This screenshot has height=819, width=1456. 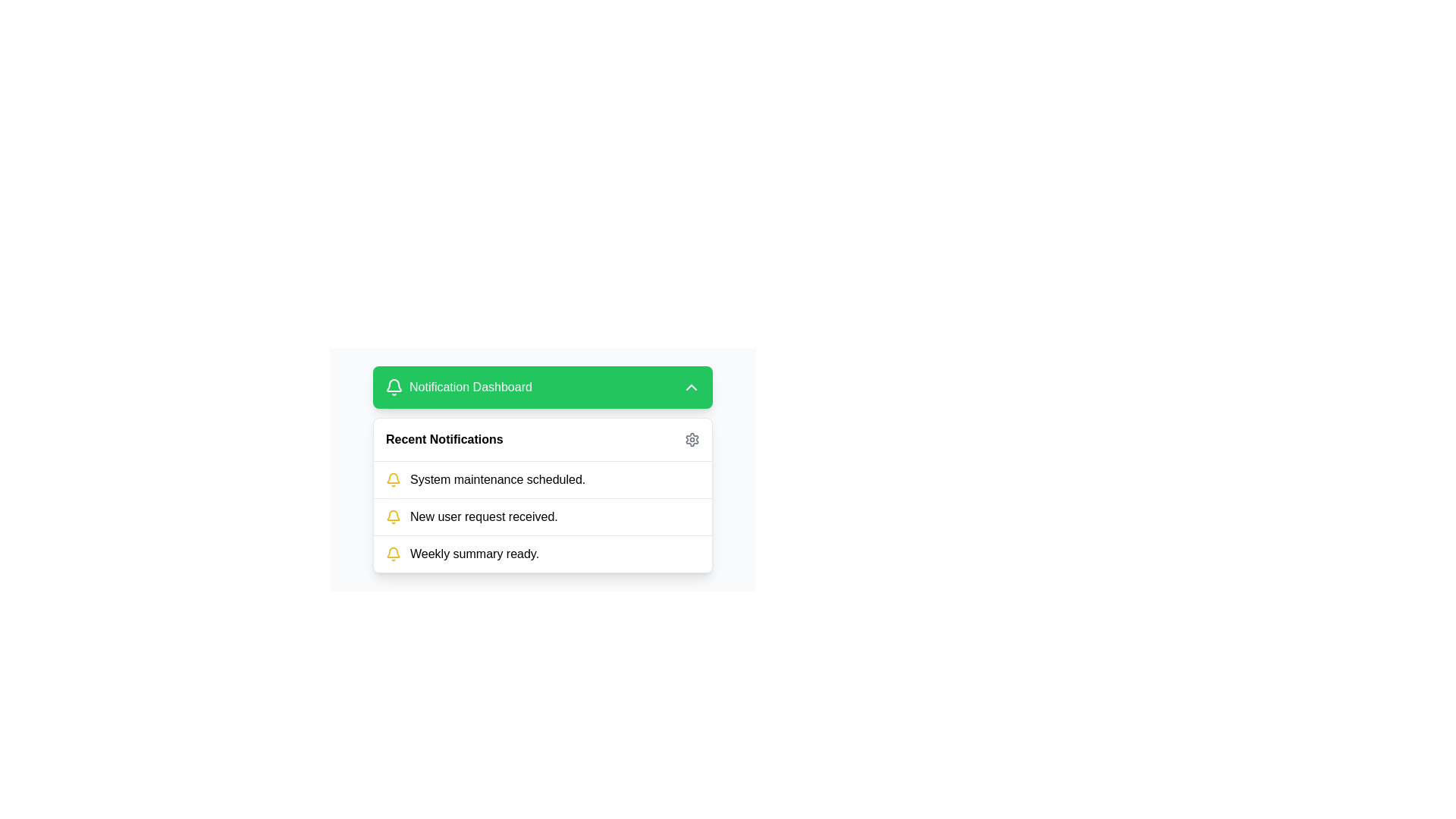 I want to click on message displayed in the text component that shows 'System maintenance scheduled.' located as the first notification entry in the notification list, to the right of the bell icon, so click(x=497, y=479).